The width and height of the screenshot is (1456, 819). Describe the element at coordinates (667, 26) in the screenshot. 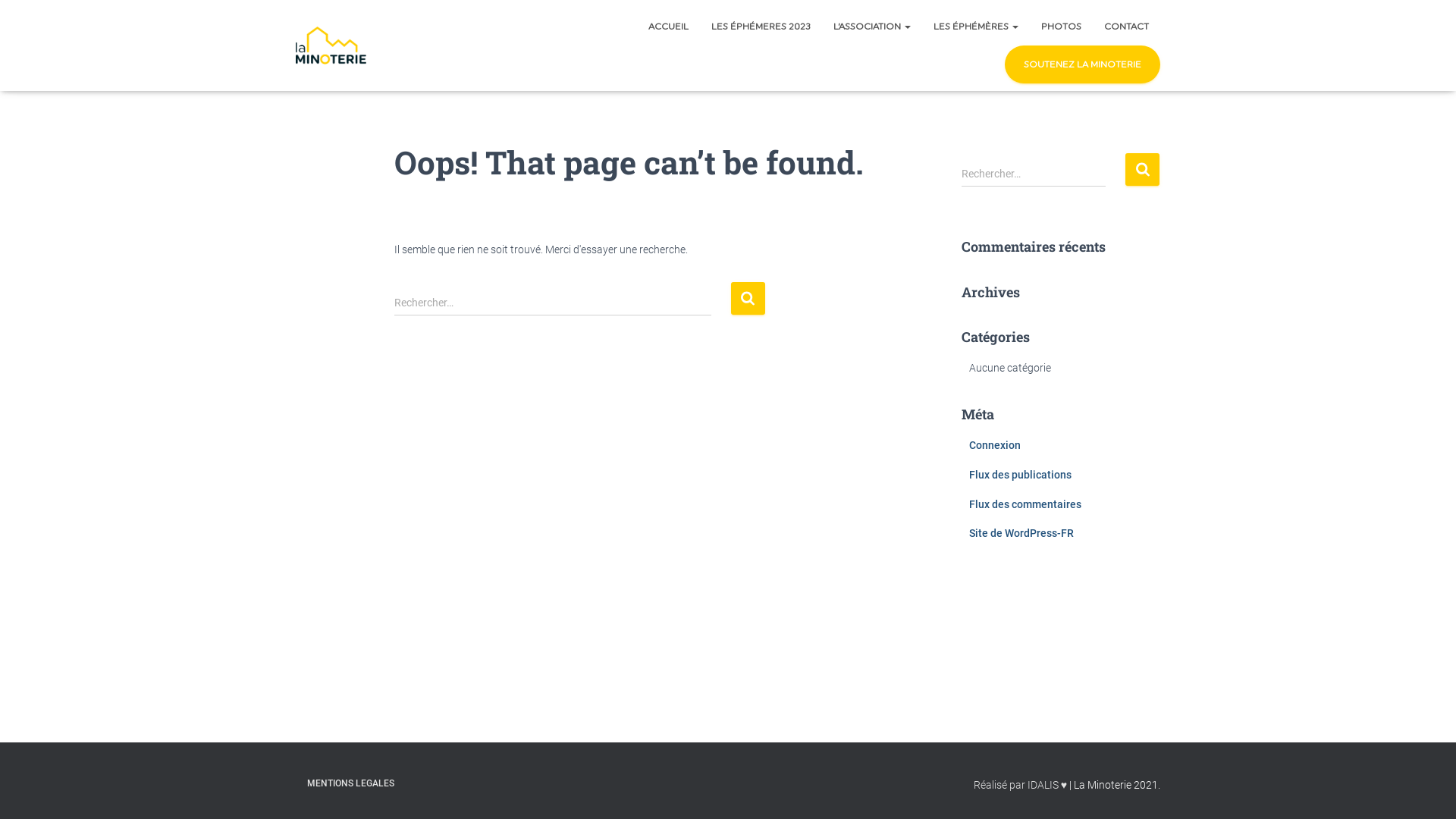

I see `'ACCUEIL'` at that location.